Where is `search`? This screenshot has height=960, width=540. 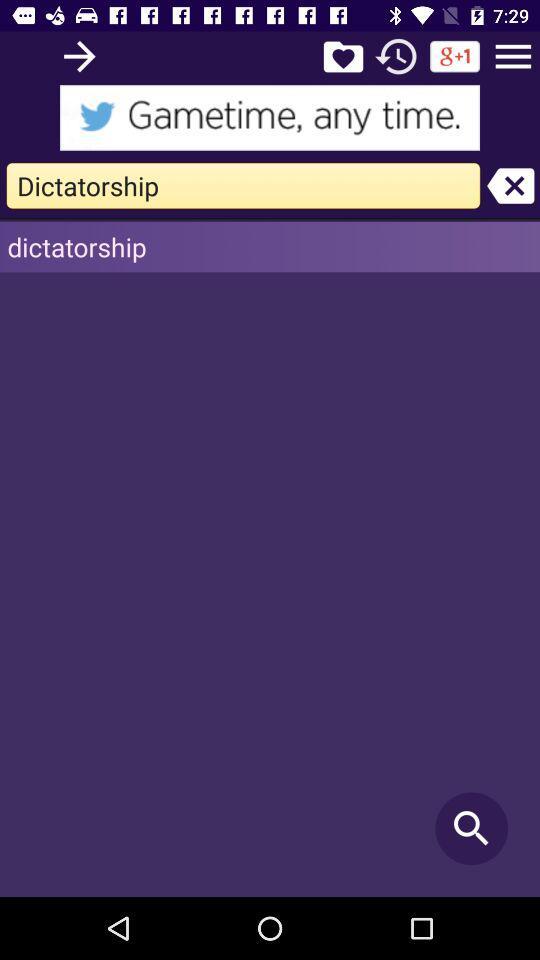 search is located at coordinates (78, 55).